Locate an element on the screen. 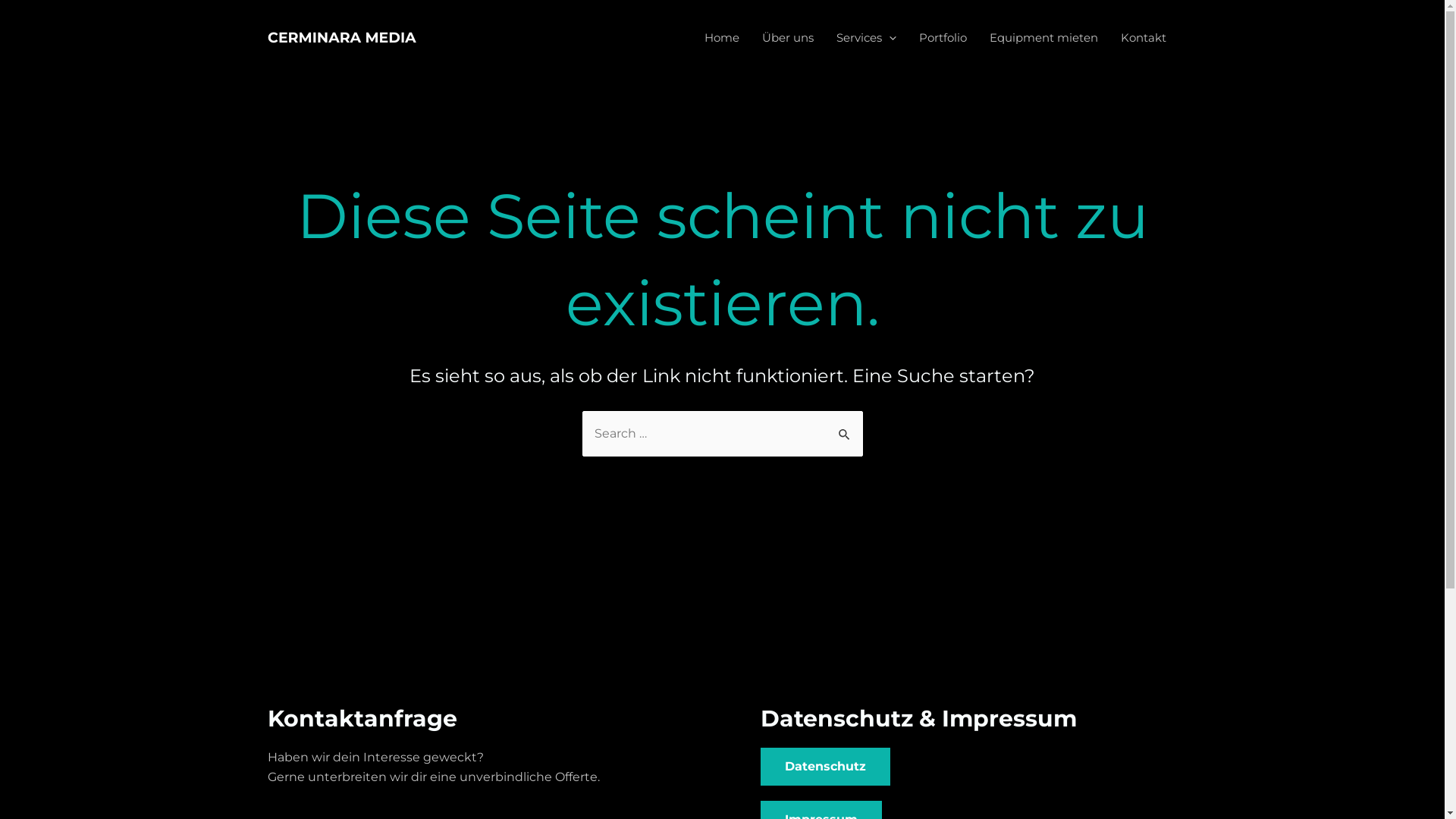 This screenshot has height=819, width=1456. 'Datenschutz' is located at coordinates (824, 766).